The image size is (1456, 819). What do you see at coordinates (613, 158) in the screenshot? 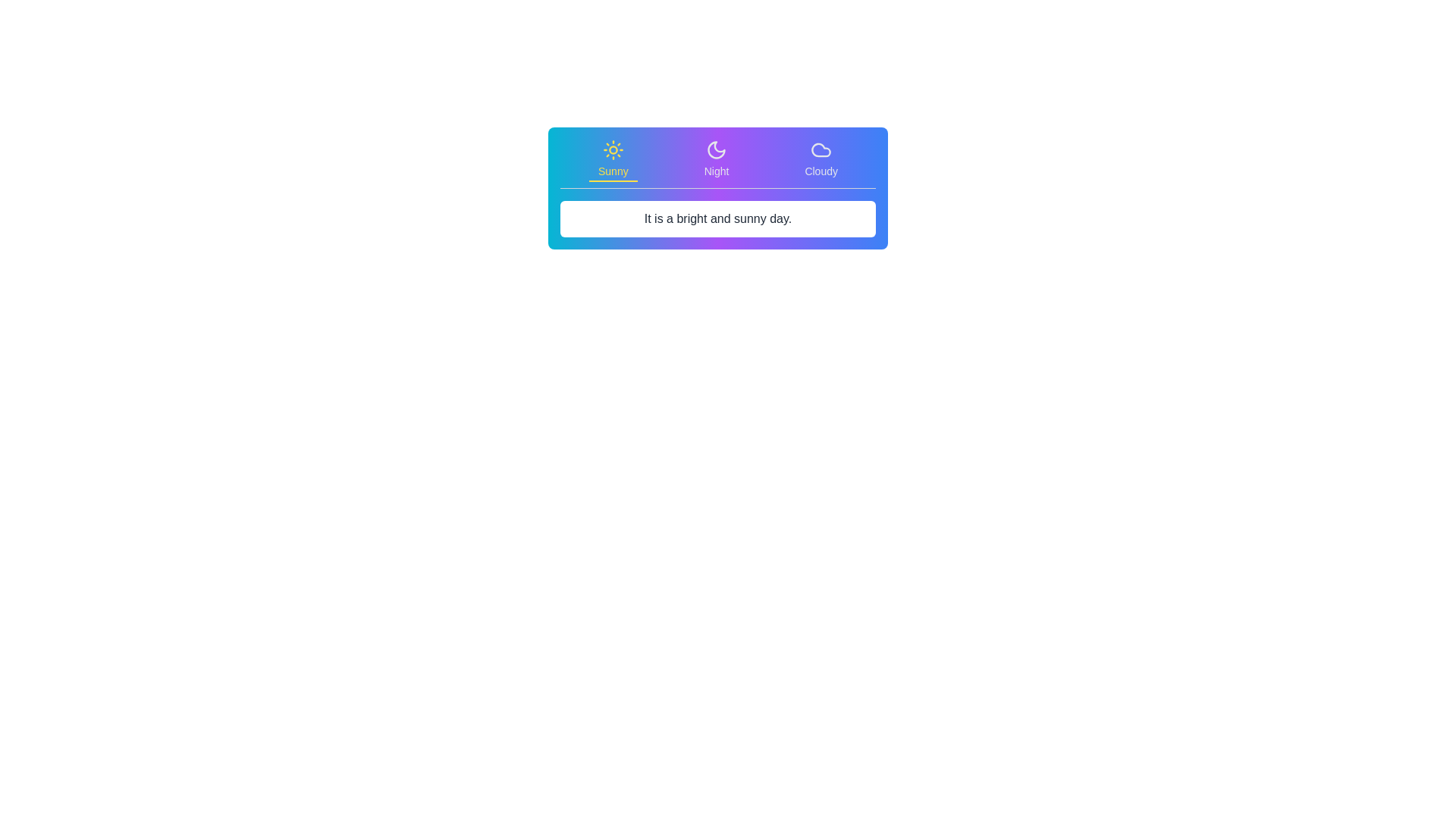
I see `the 'Sunny' button, which features a yellow sun icon and the text 'Sunny' in yellow on a gradient blue background` at bounding box center [613, 158].